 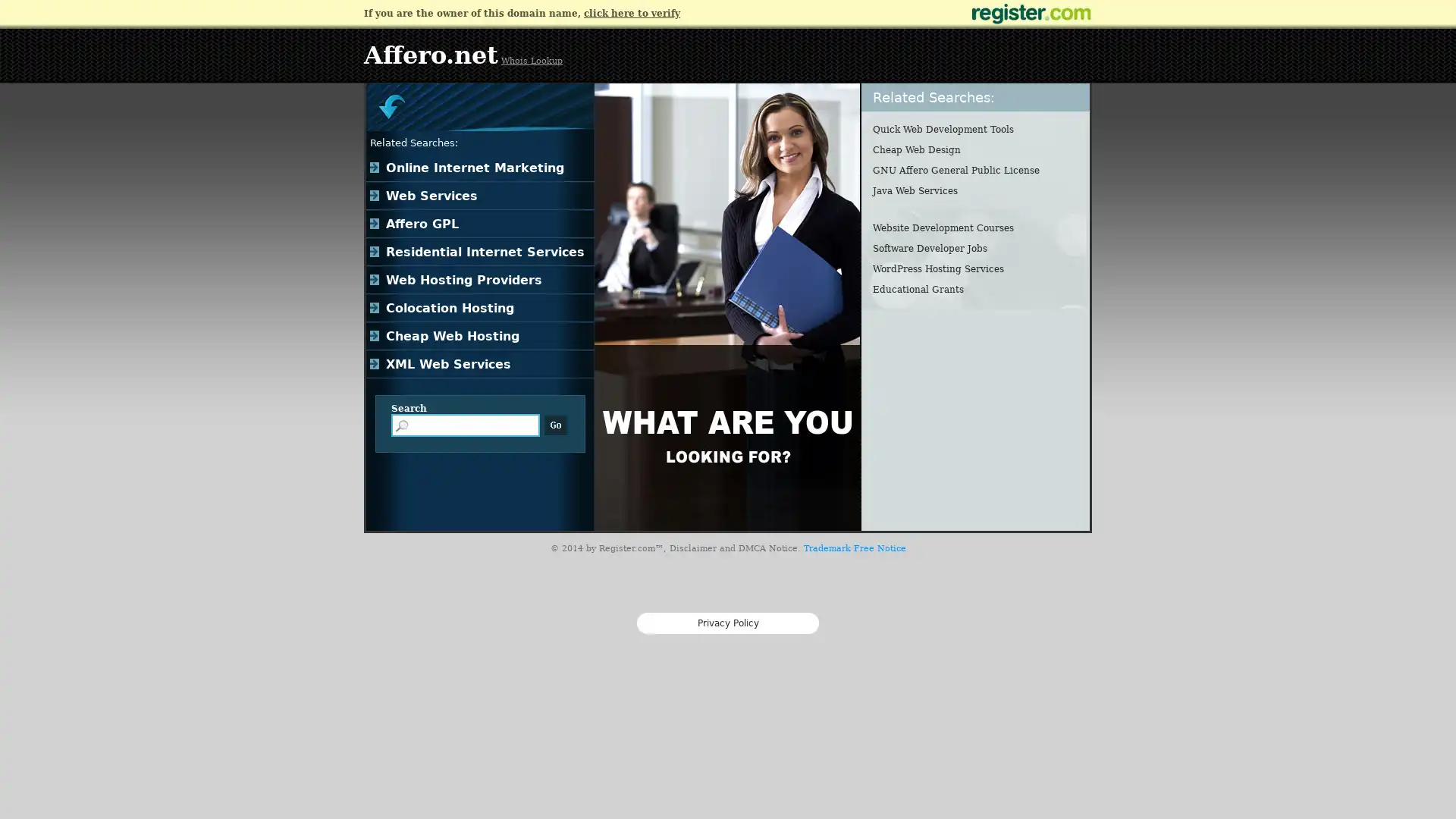 I want to click on Go, so click(x=555, y=425).